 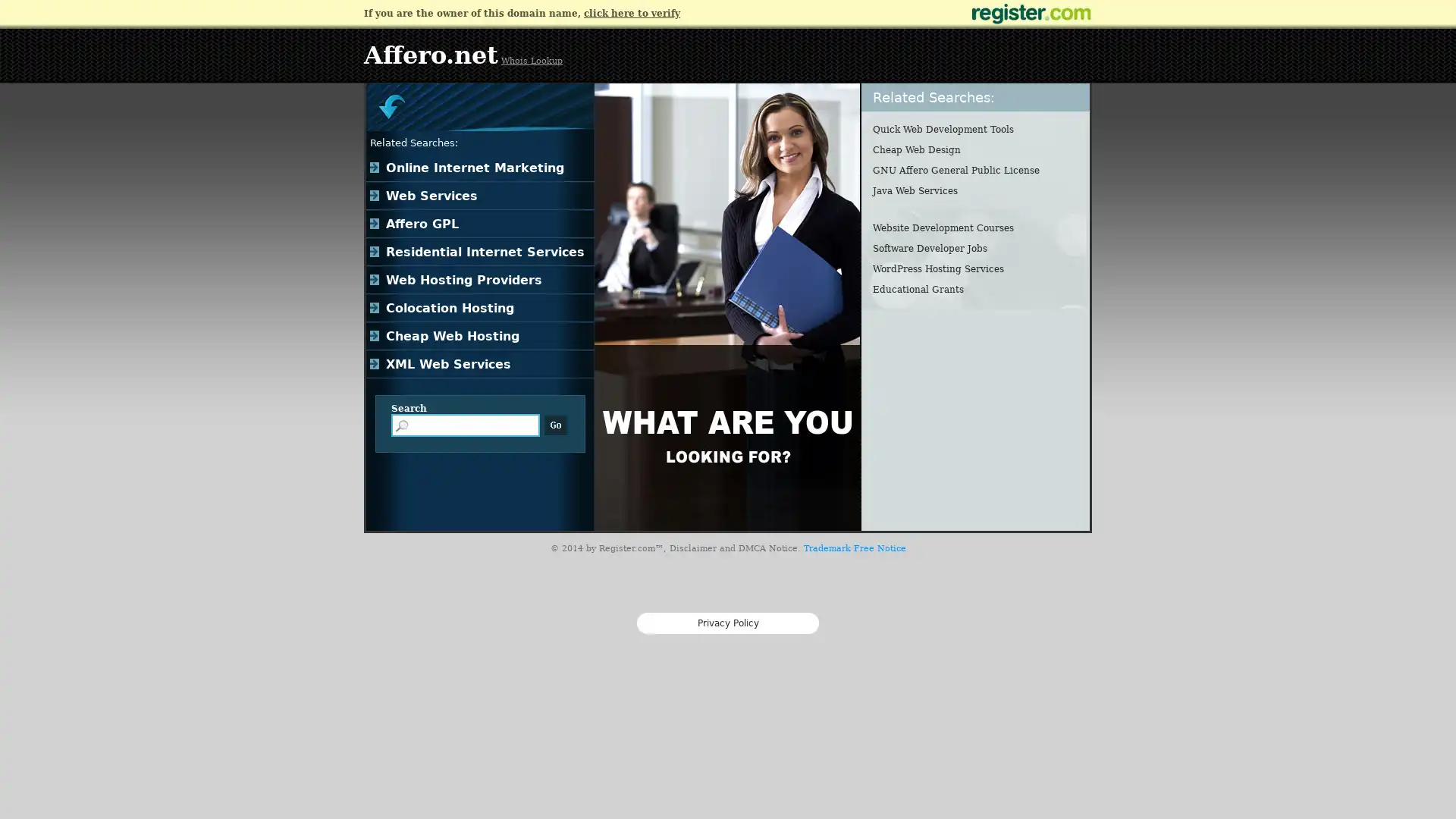 I want to click on Go, so click(x=555, y=425).